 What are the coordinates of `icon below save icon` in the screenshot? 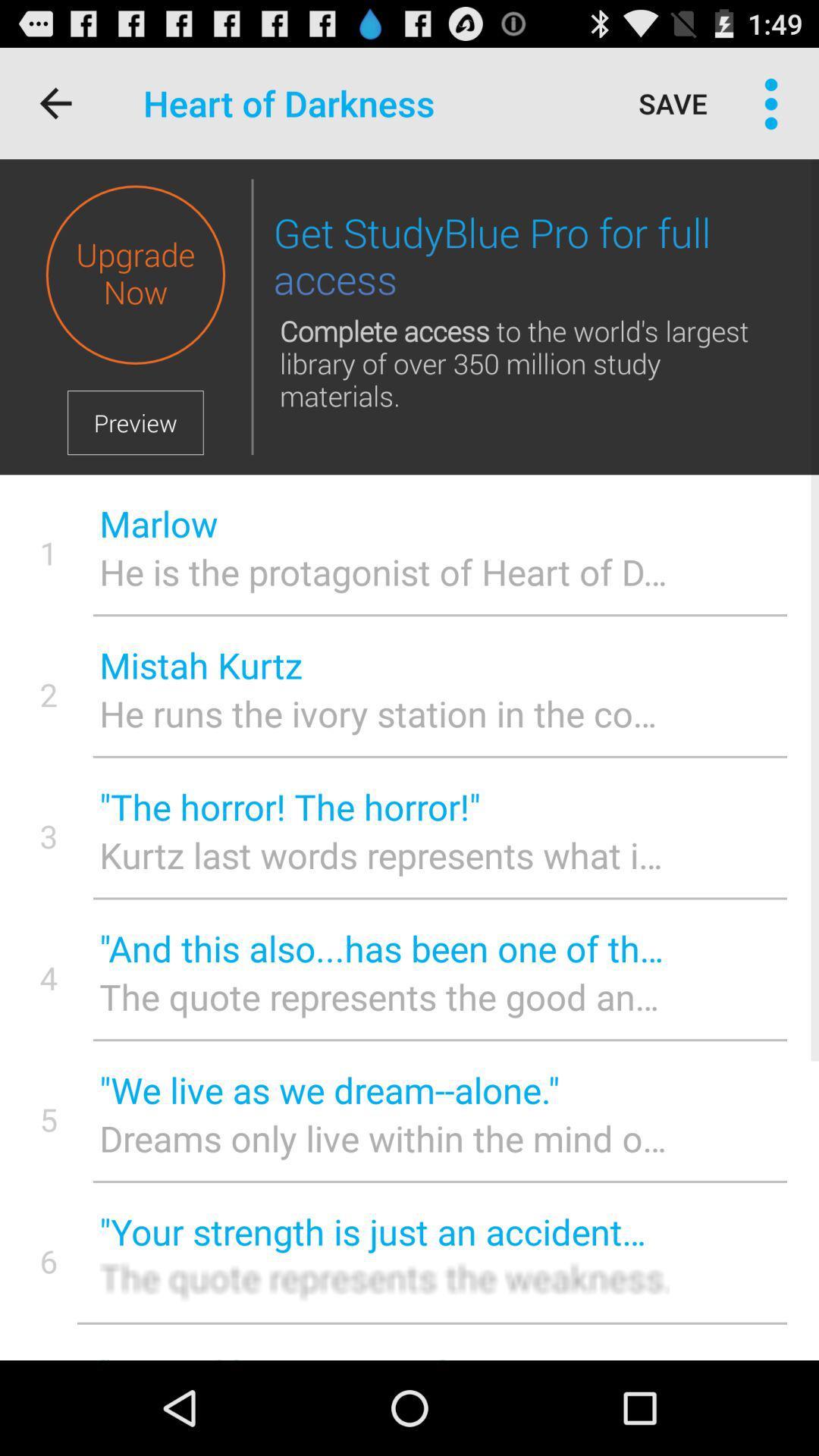 It's located at (526, 257).